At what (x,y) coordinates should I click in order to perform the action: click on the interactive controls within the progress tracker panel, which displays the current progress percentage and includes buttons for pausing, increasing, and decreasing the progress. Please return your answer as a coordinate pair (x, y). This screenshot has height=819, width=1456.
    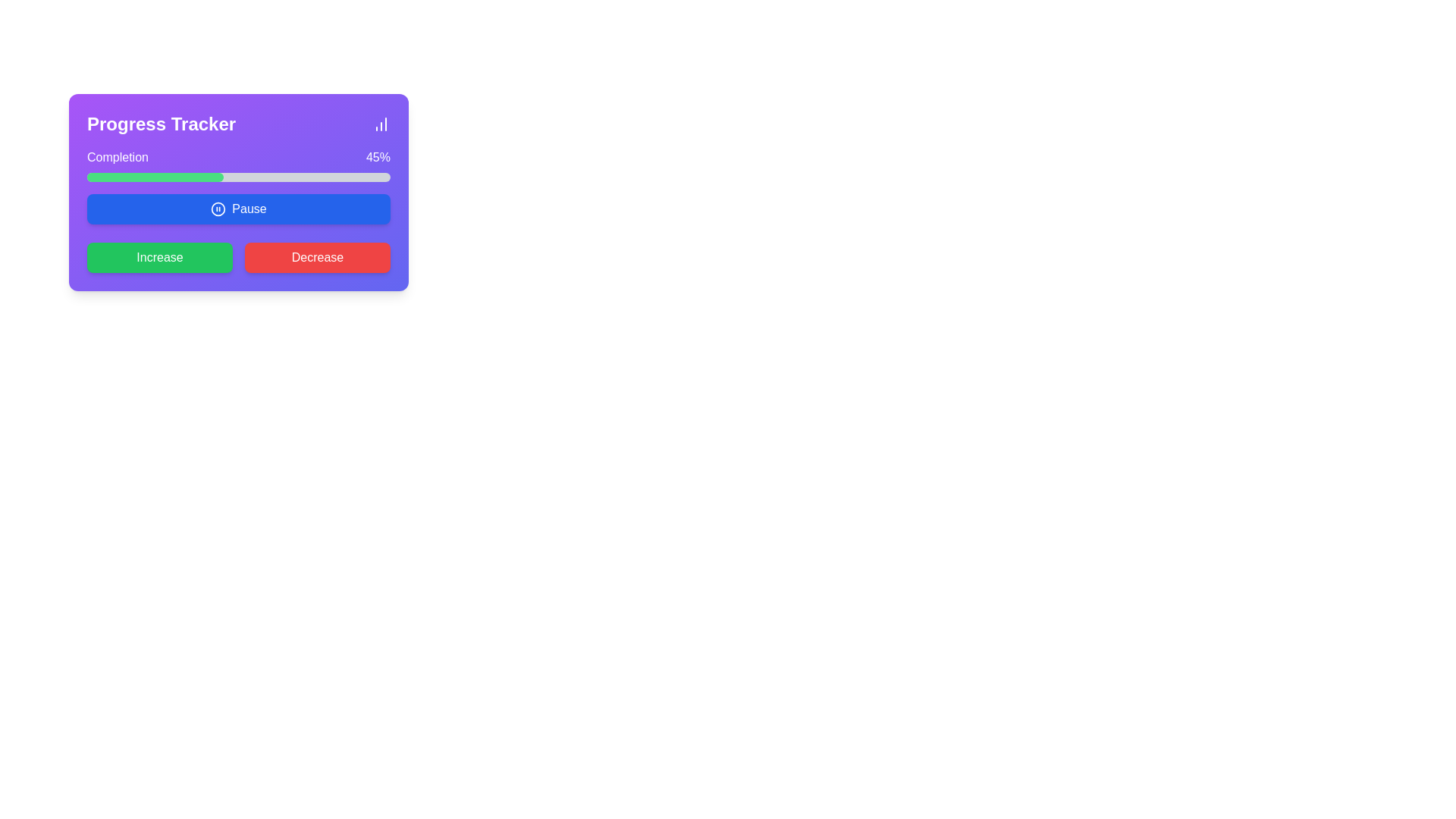
    Looking at the image, I should click on (238, 192).